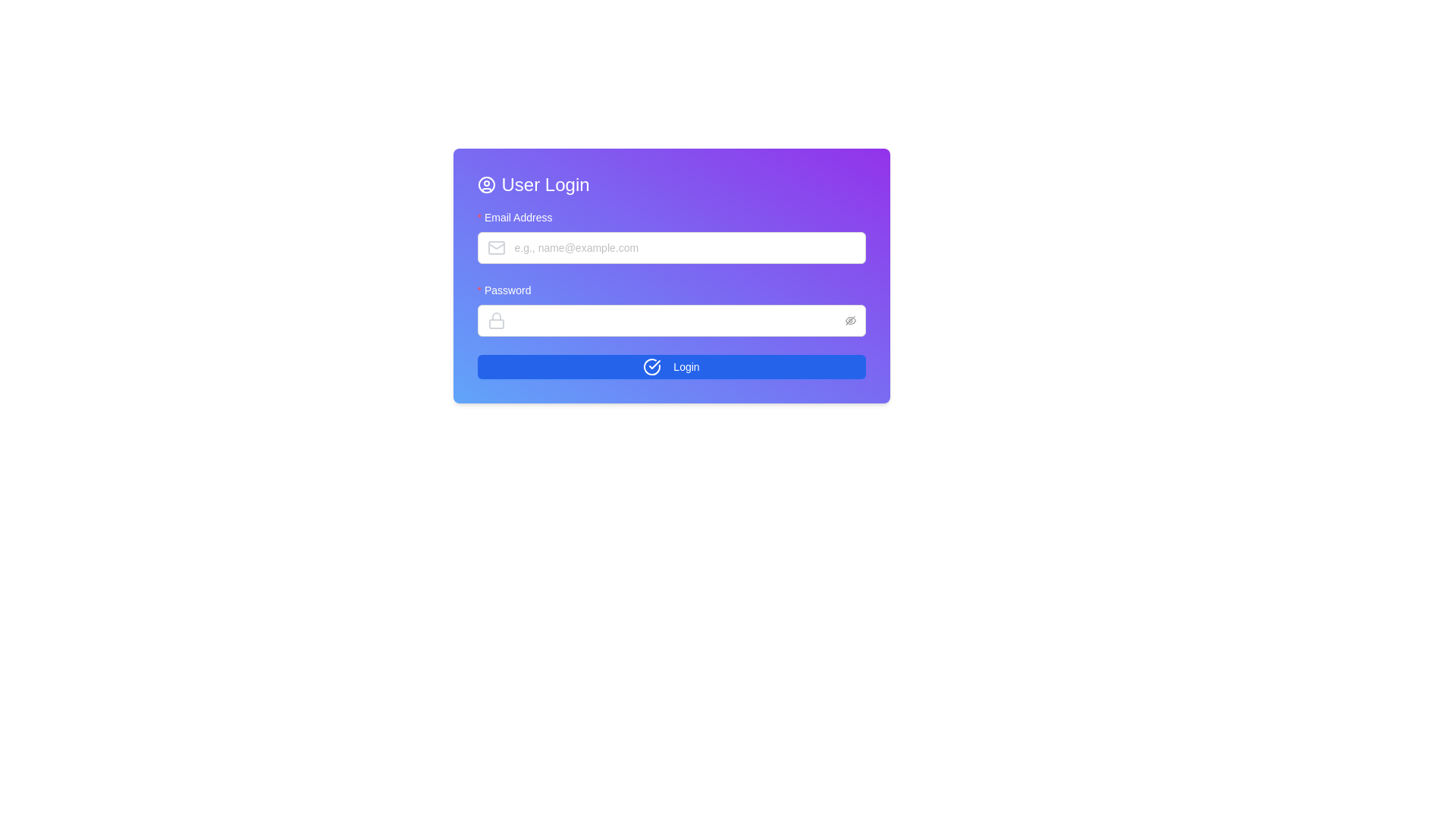  Describe the element at coordinates (670, 237) in the screenshot. I see `the email input field in the login form` at that location.